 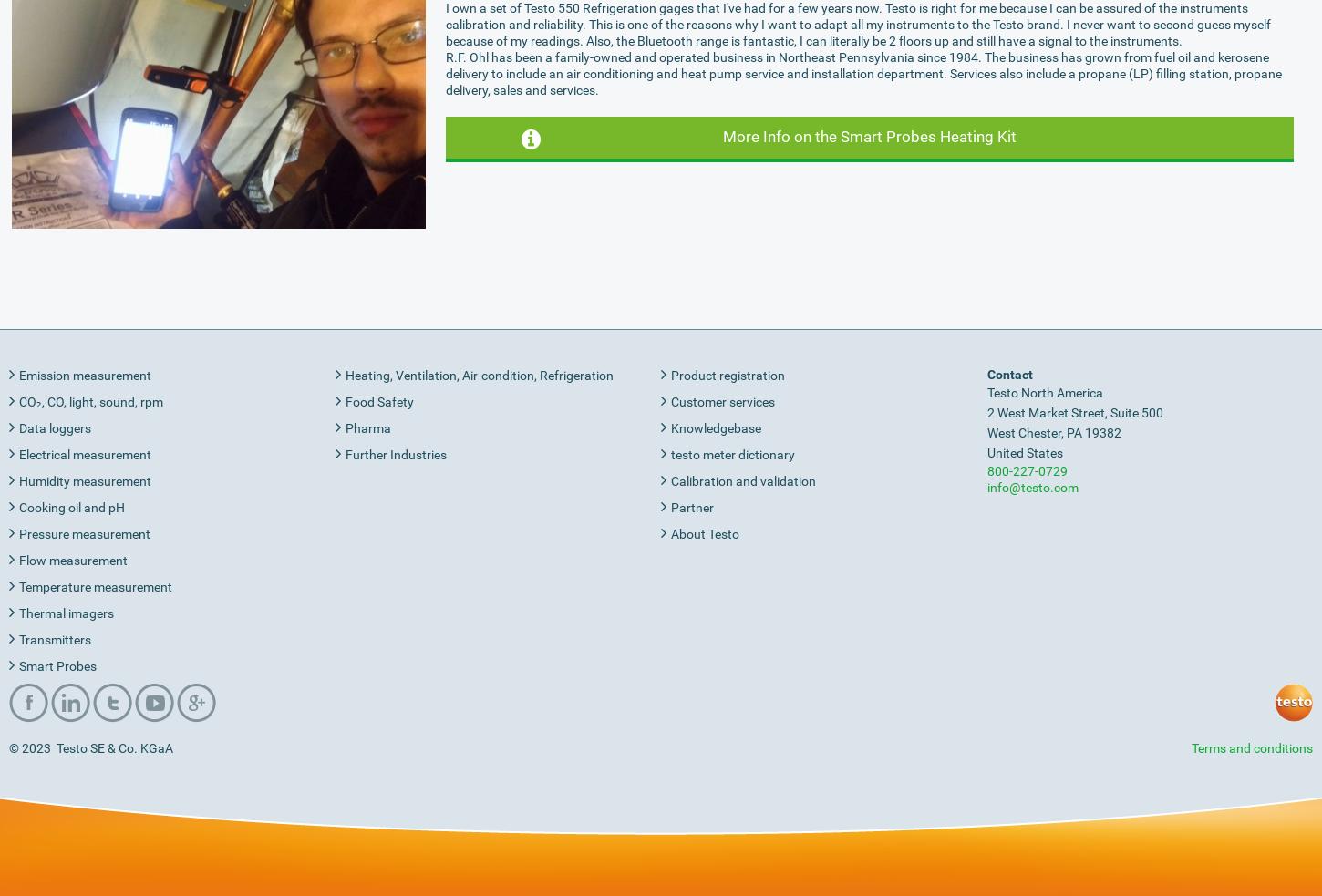 What do you see at coordinates (733, 453) in the screenshot?
I see `'testo meter dictionary'` at bounding box center [733, 453].